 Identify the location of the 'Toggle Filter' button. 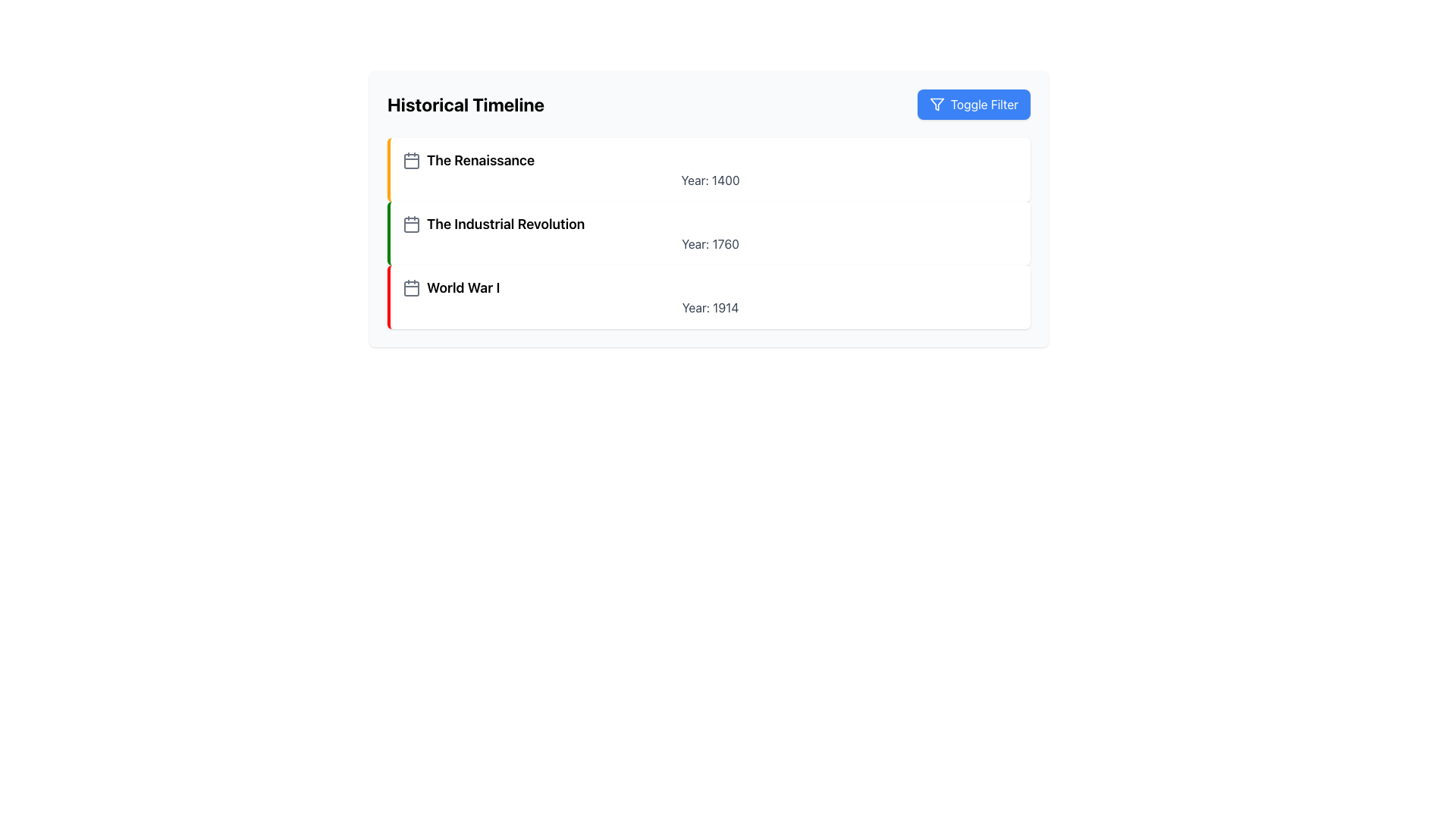
(974, 104).